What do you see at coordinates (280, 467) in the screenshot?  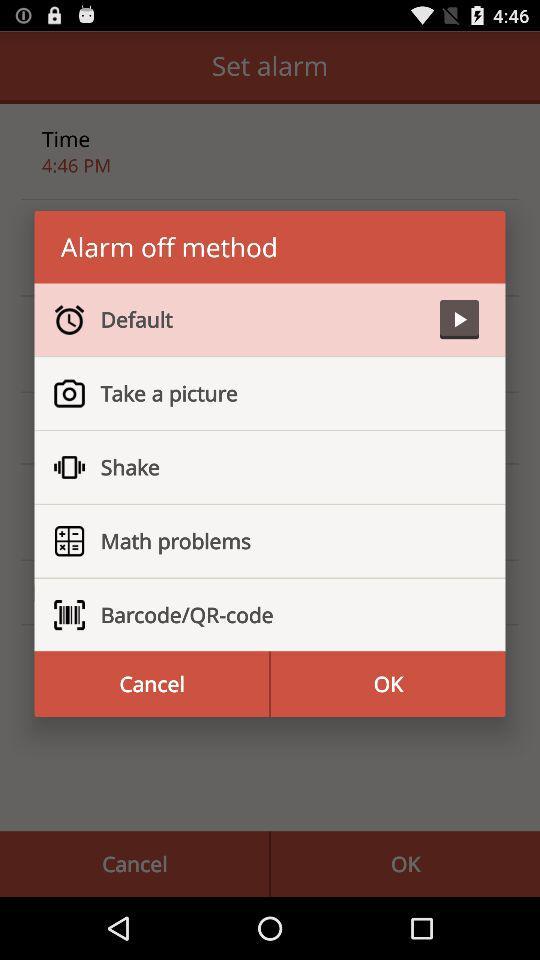 I see `shake item` at bounding box center [280, 467].